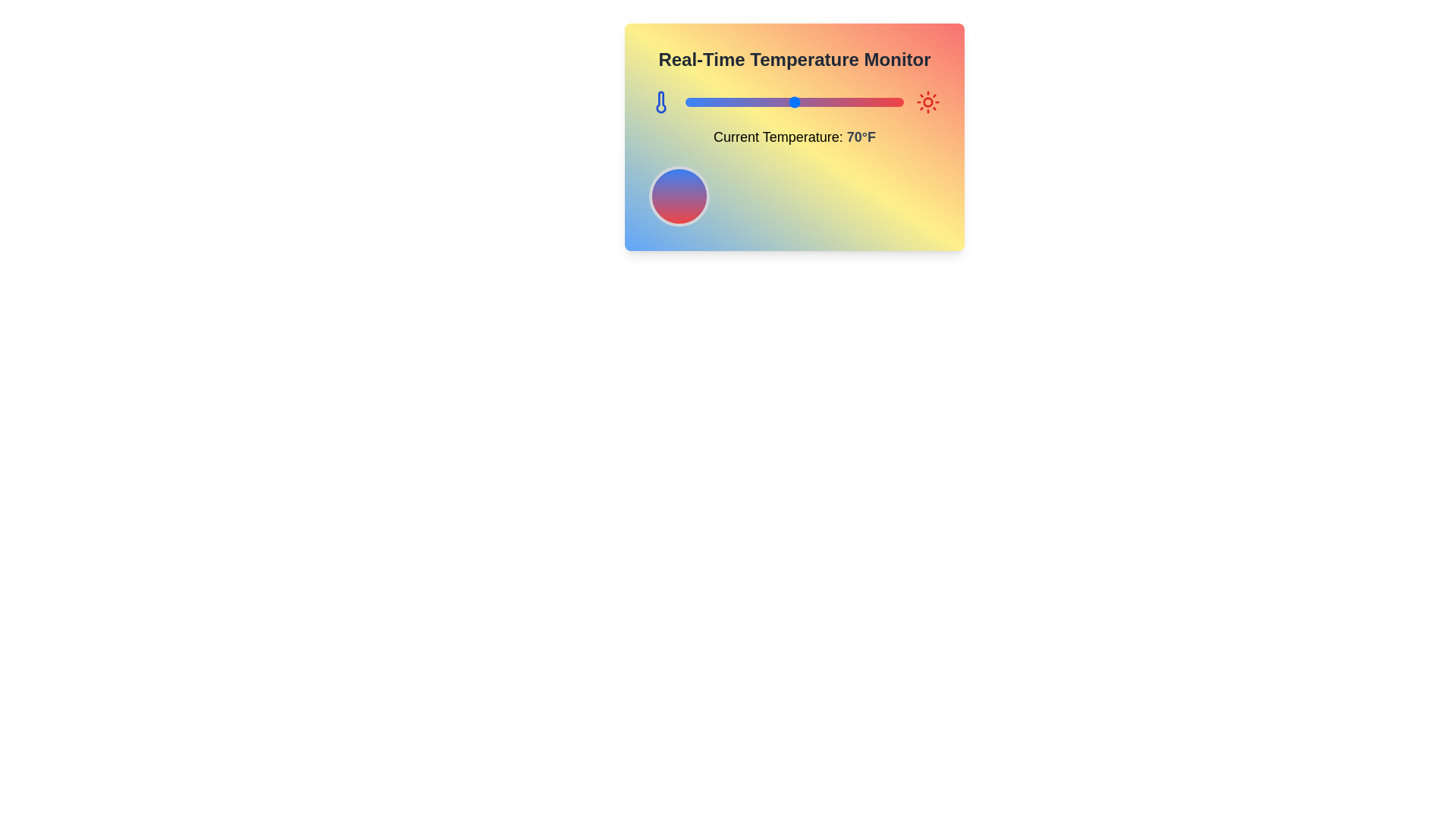  What do you see at coordinates (890, 102) in the screenshot?
I see `the temperature slider to set the temperature to 114°F` at bounding box center [890, 102].